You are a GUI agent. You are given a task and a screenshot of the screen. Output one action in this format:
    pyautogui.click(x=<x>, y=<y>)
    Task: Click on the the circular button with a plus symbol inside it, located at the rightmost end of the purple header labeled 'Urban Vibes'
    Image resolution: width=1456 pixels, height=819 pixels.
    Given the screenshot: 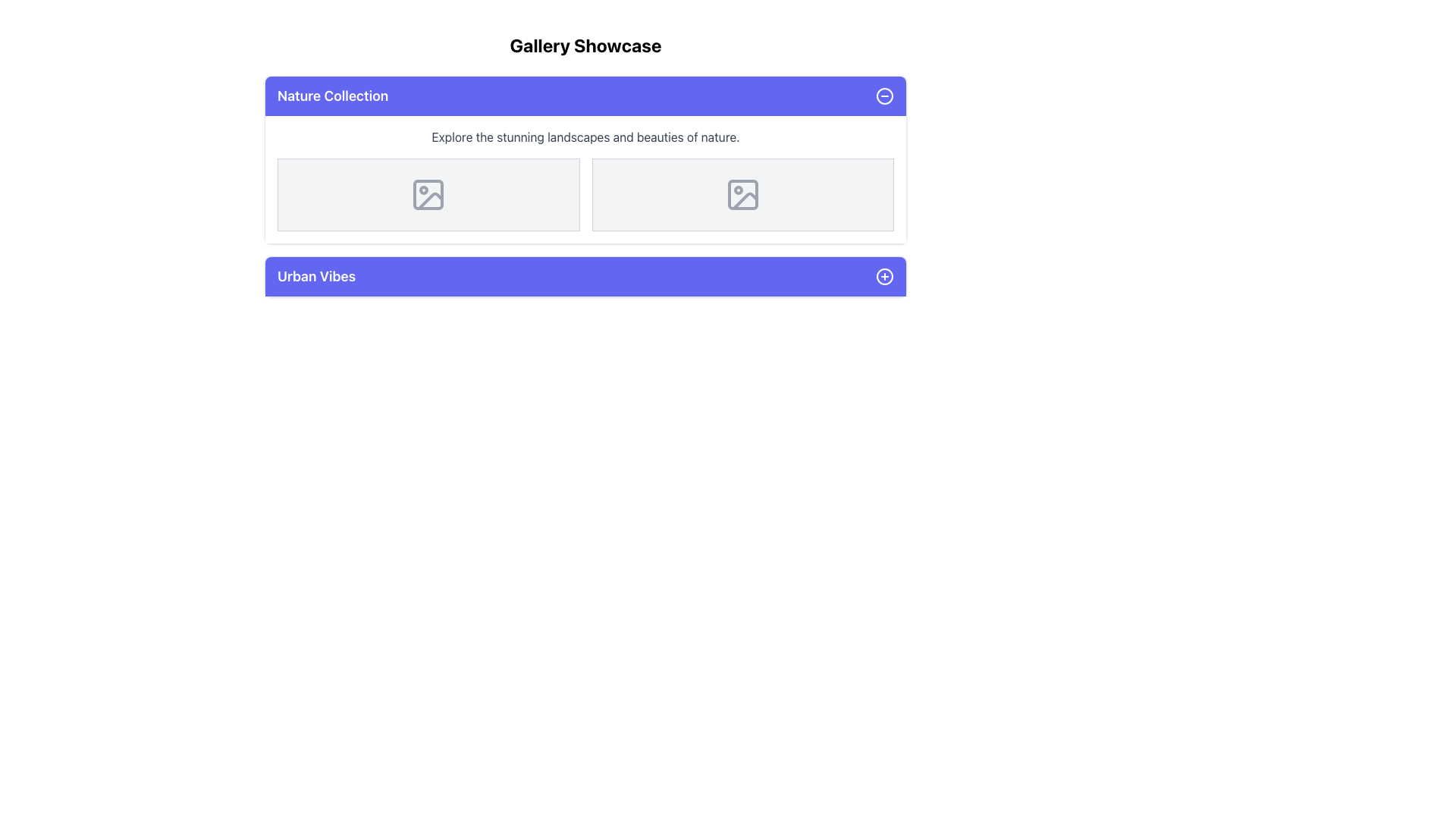 What is the action you would take?
    pyautogui.click(x=884, y=277)
    